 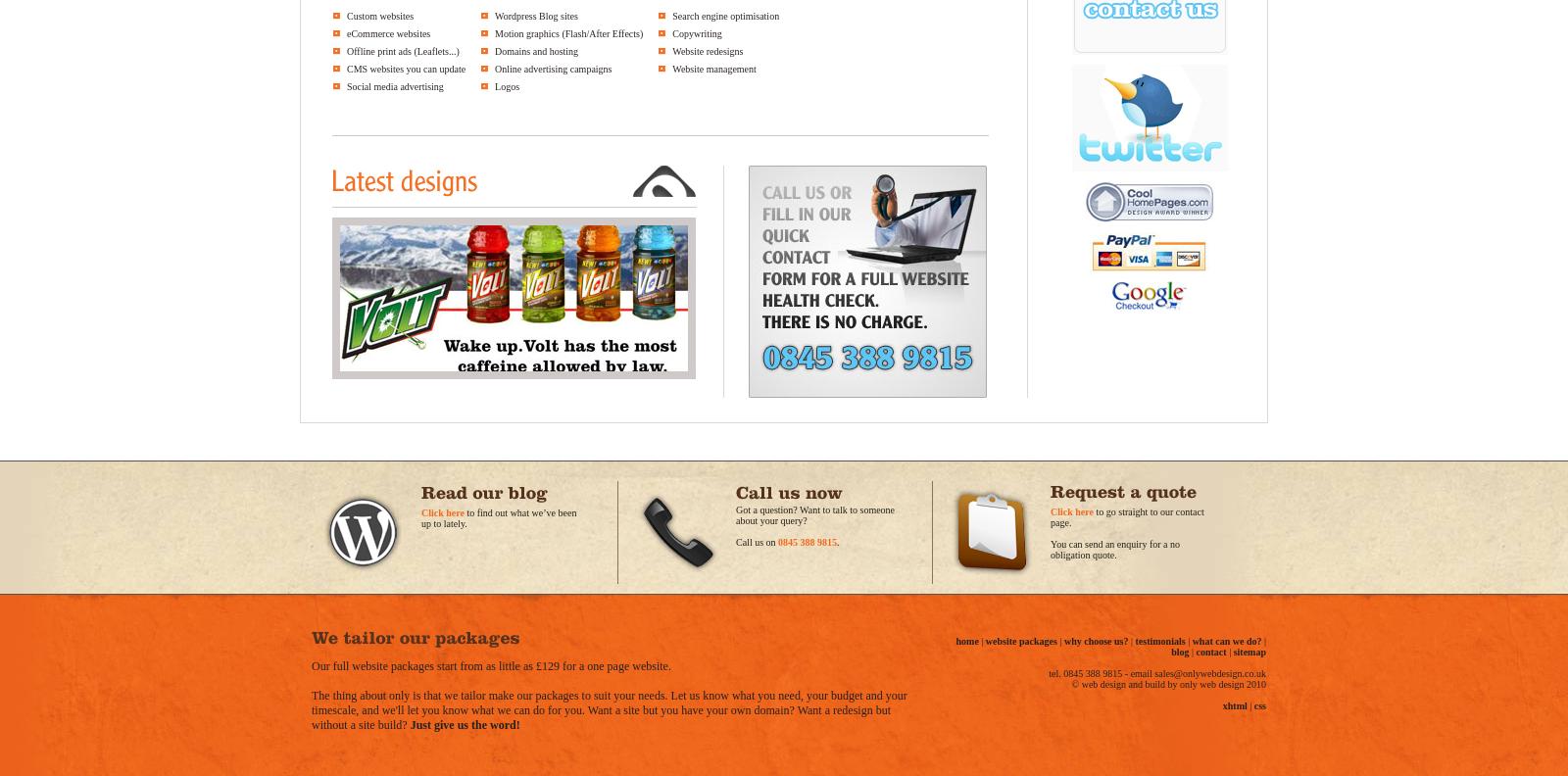 I want to click on 'Custom websites', so click(x=380, y=15).